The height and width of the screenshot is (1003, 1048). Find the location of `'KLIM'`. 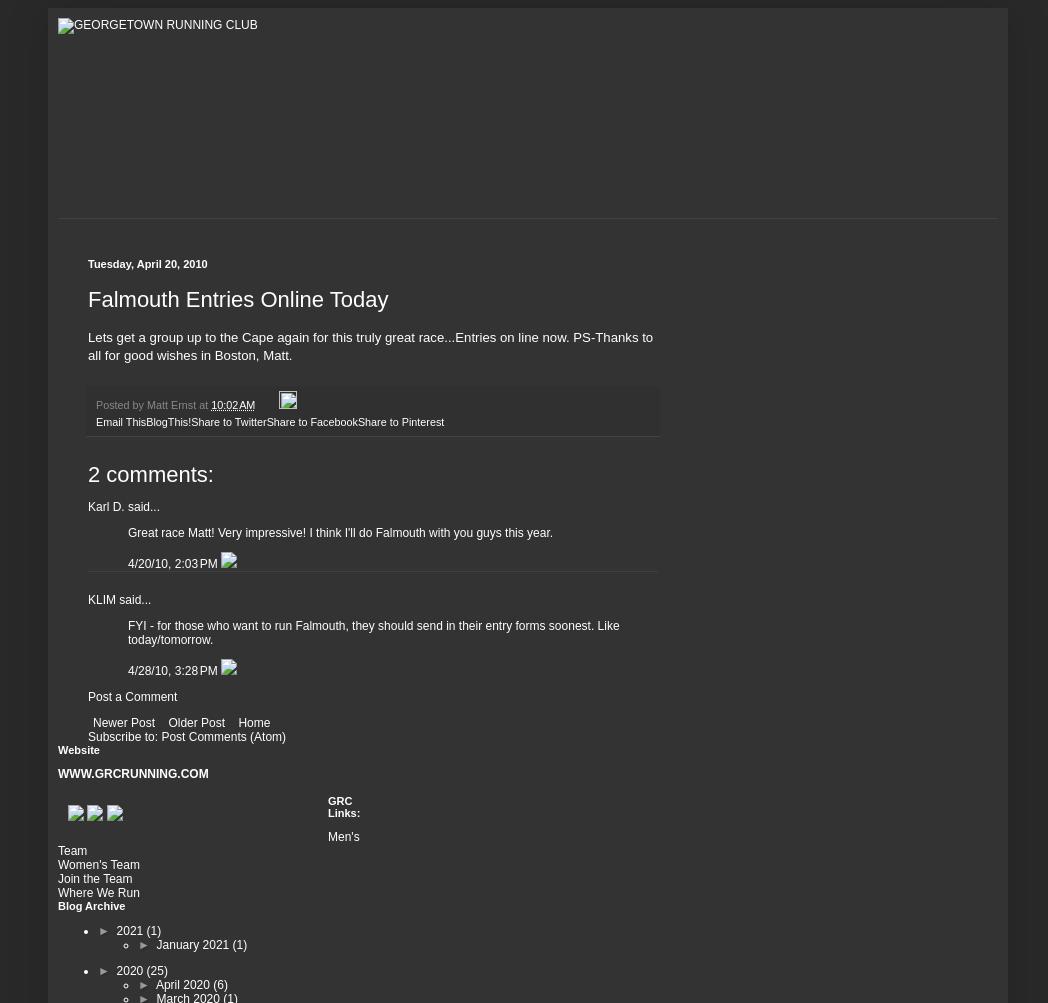

'KLIM' is located at coordinates (100, 597).